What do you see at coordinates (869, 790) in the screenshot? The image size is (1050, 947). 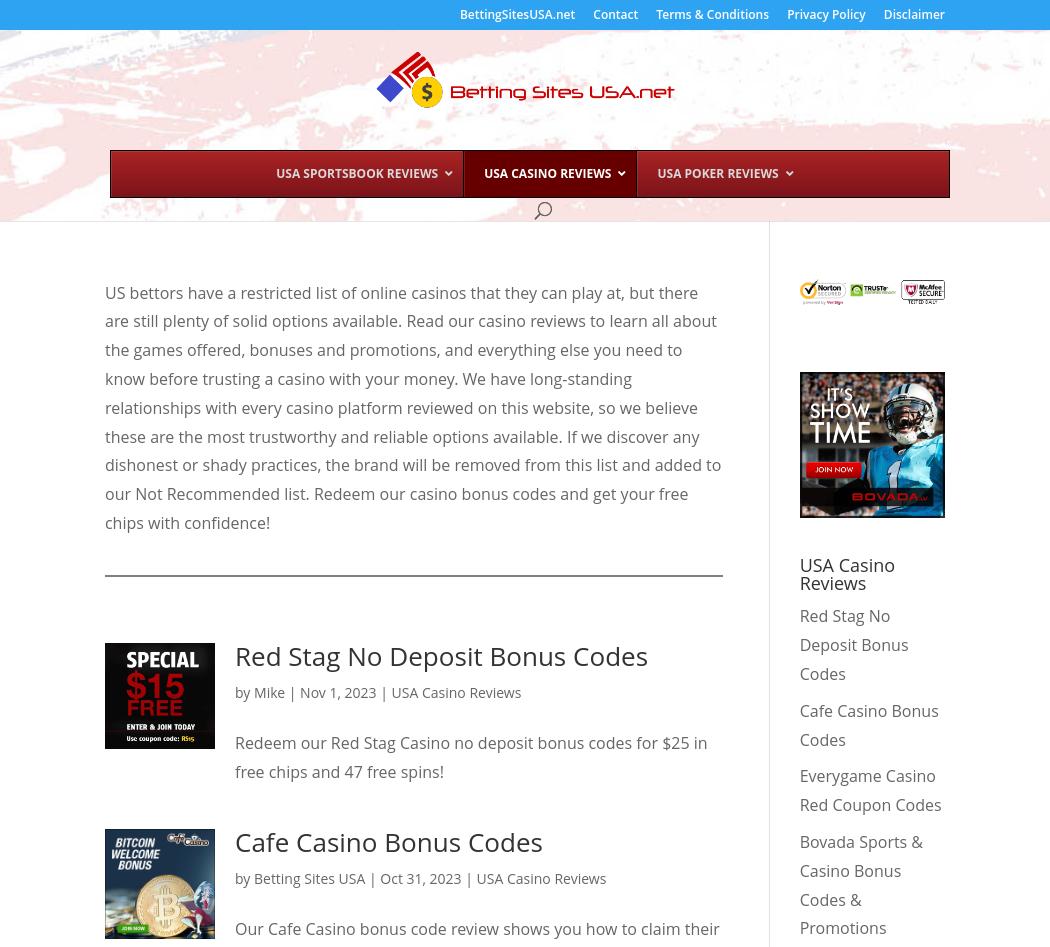 I see `'Everygame Casino Red Coupon Codes'` at bounding box center [869, 790].